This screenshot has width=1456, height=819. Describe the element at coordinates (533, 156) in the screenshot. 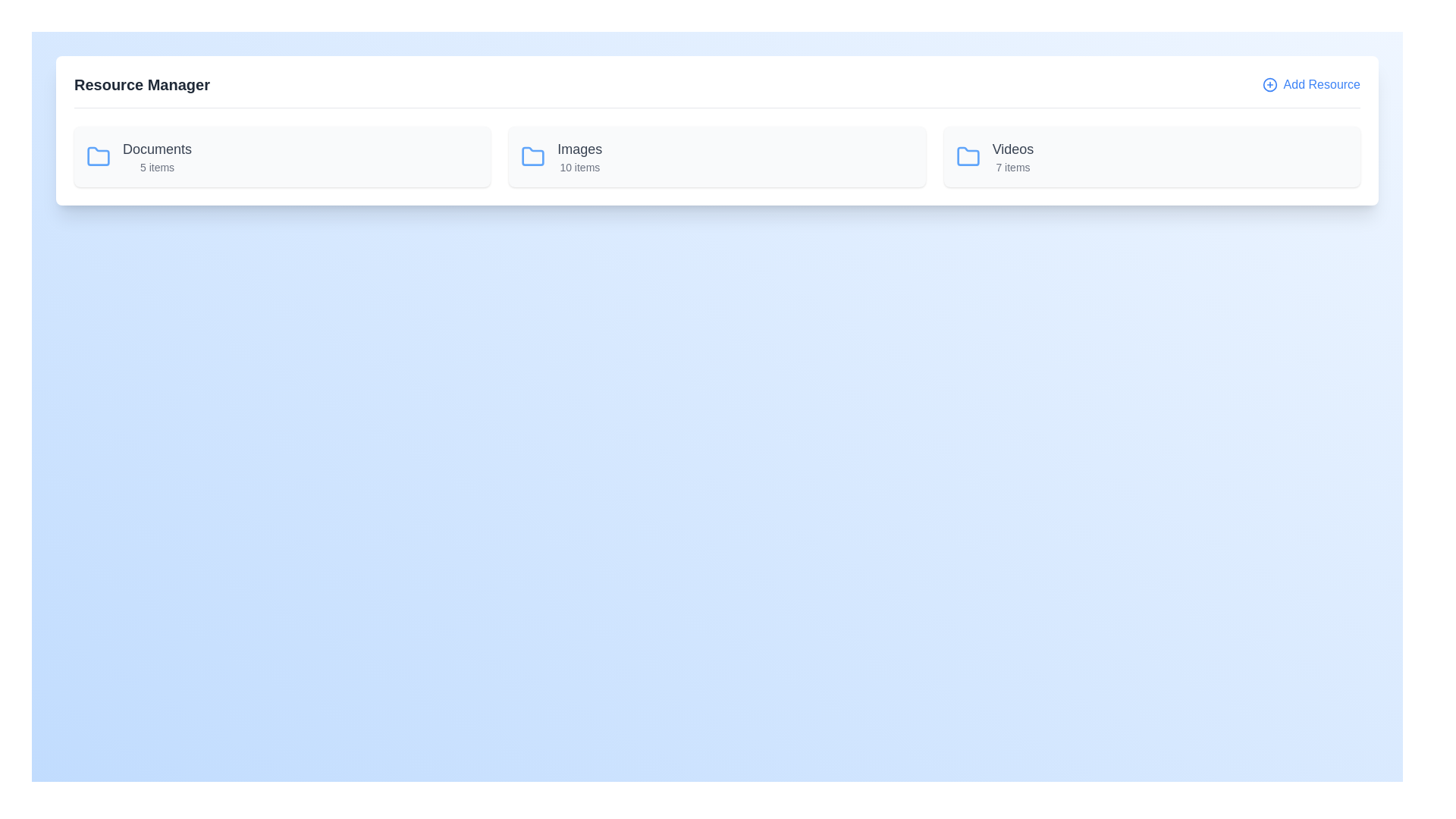

I see `the folder icon with a blue outline located in the second position of the 'Images' card` at that location.